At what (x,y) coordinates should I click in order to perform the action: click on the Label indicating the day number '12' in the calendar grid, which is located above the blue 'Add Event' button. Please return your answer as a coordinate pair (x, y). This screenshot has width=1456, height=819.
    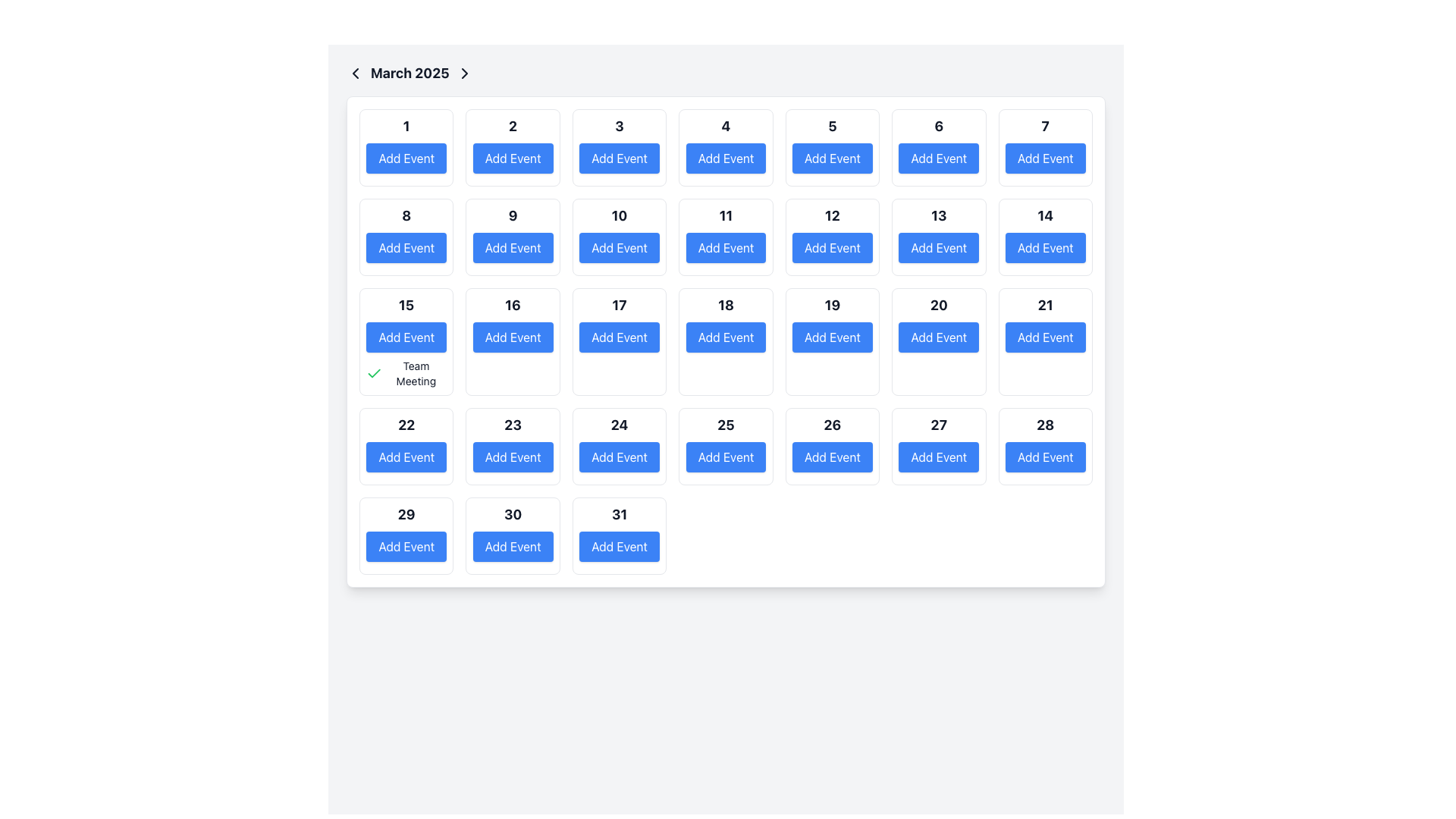
    Looking at the image, I should click on (831, 216).